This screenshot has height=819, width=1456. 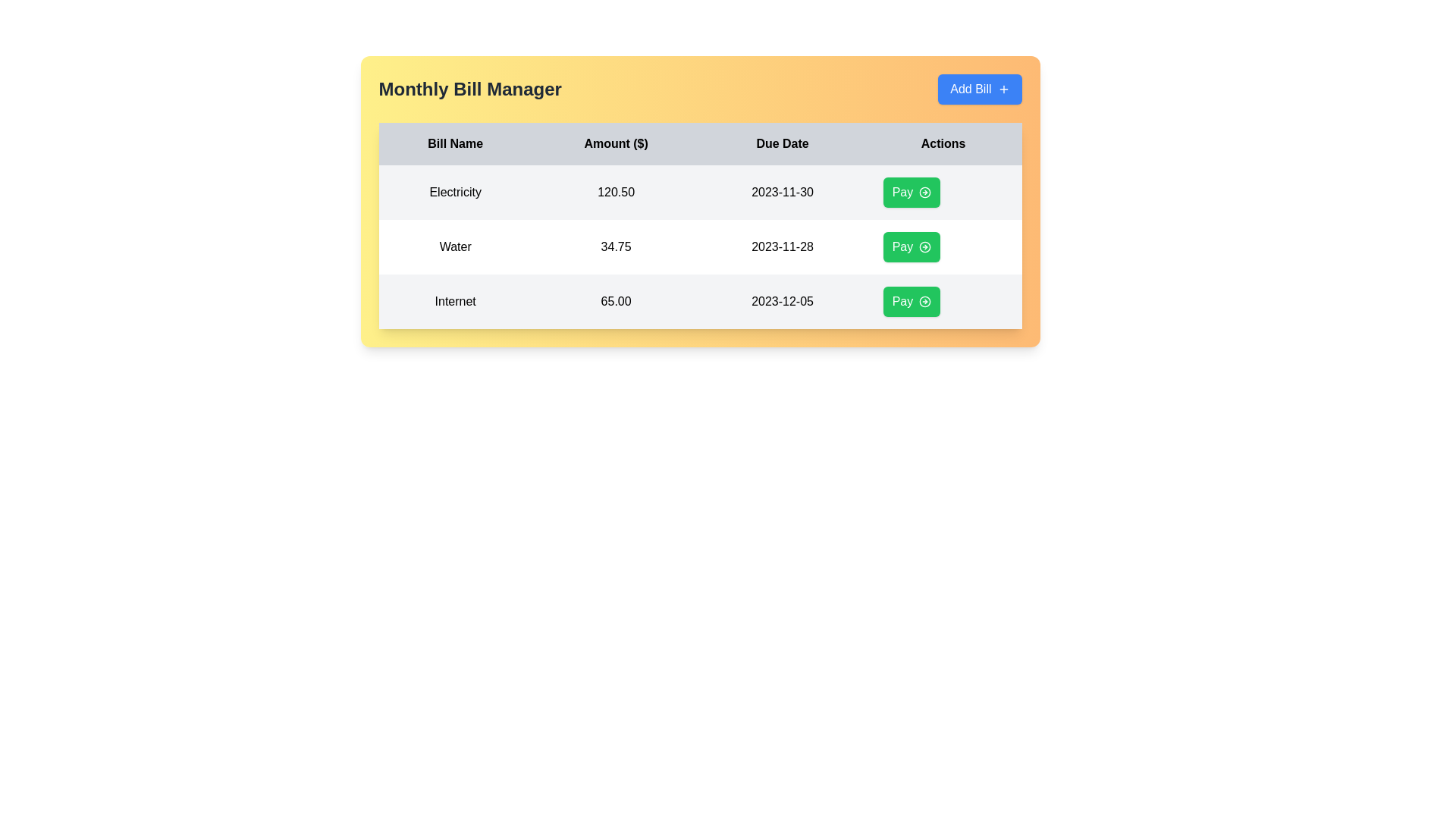 What do you see at coordinates (924, 301) in the screenshot?
I see `the circular icon with a right-pointing arrow on a green background, located to the right of the 'Pay' button in the last row of the Actions column` at bounding box center [924, 301].